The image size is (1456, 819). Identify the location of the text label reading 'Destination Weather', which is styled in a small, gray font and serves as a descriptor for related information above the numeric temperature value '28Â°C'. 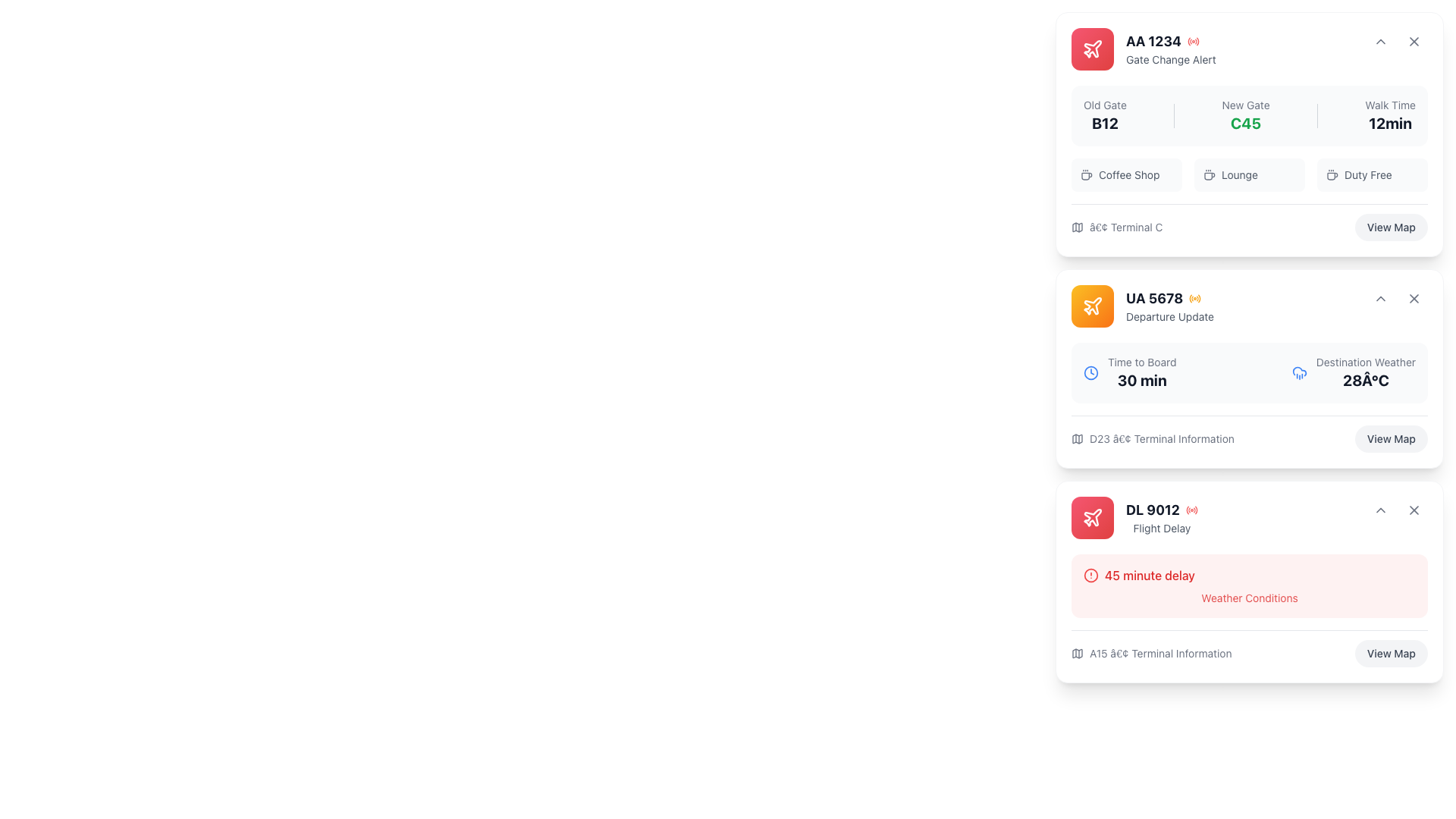
(1366, 362).